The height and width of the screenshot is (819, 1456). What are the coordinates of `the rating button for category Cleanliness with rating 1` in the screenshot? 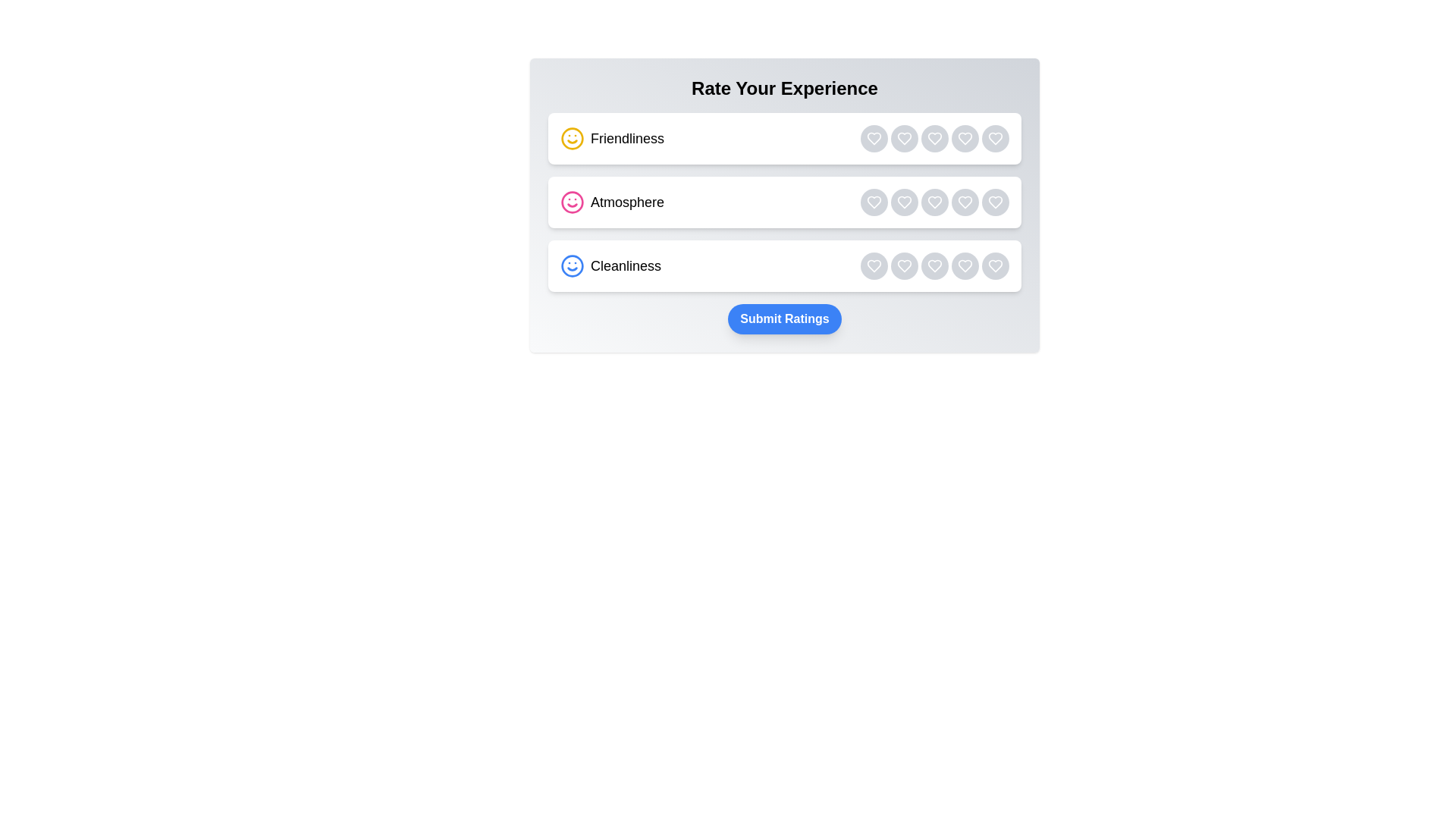 It's located at (874, 265).